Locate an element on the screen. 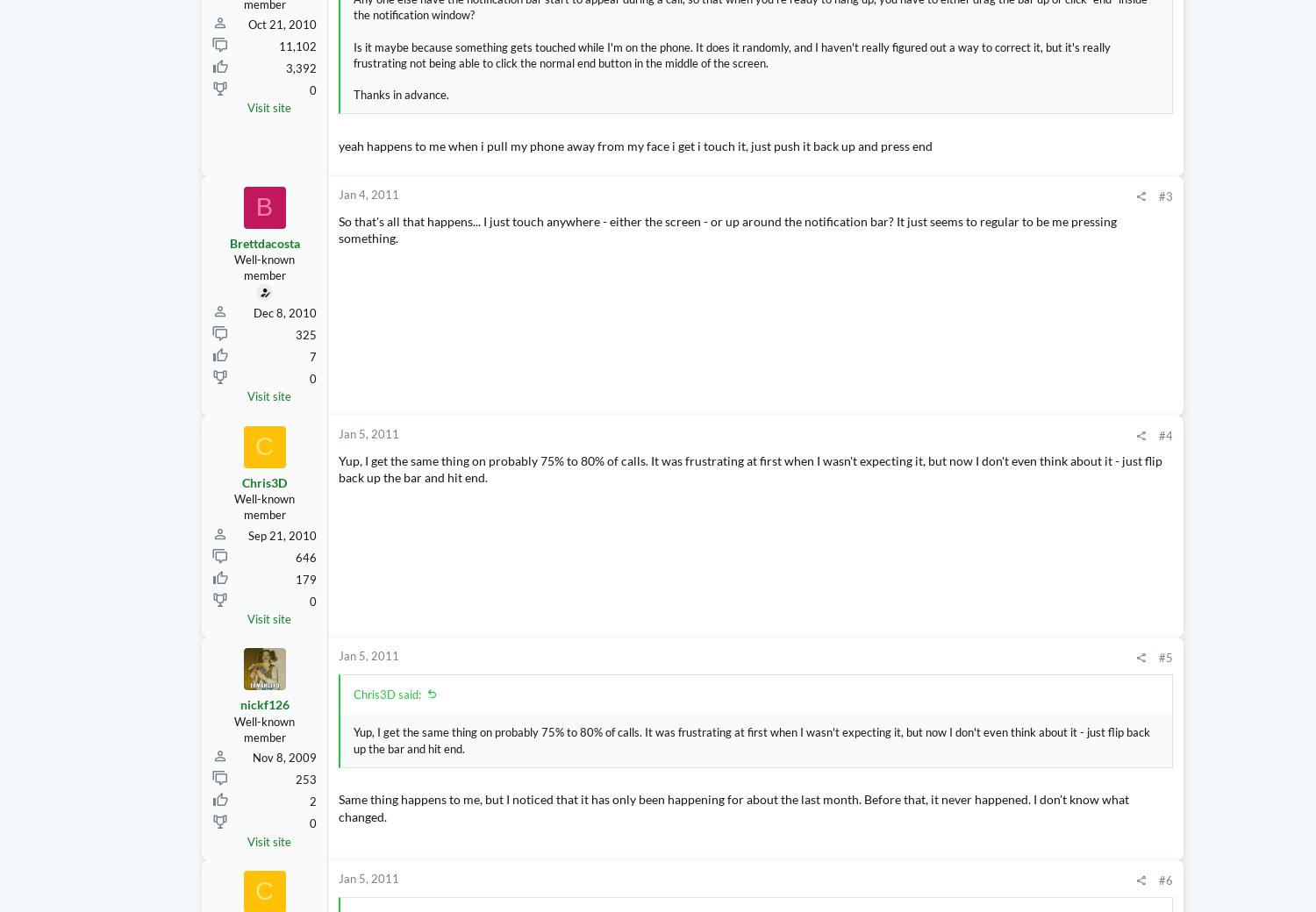 This screenshot has width=1316, height=912. 'Every other day reminder software' is located at coordinates (1161, 394).